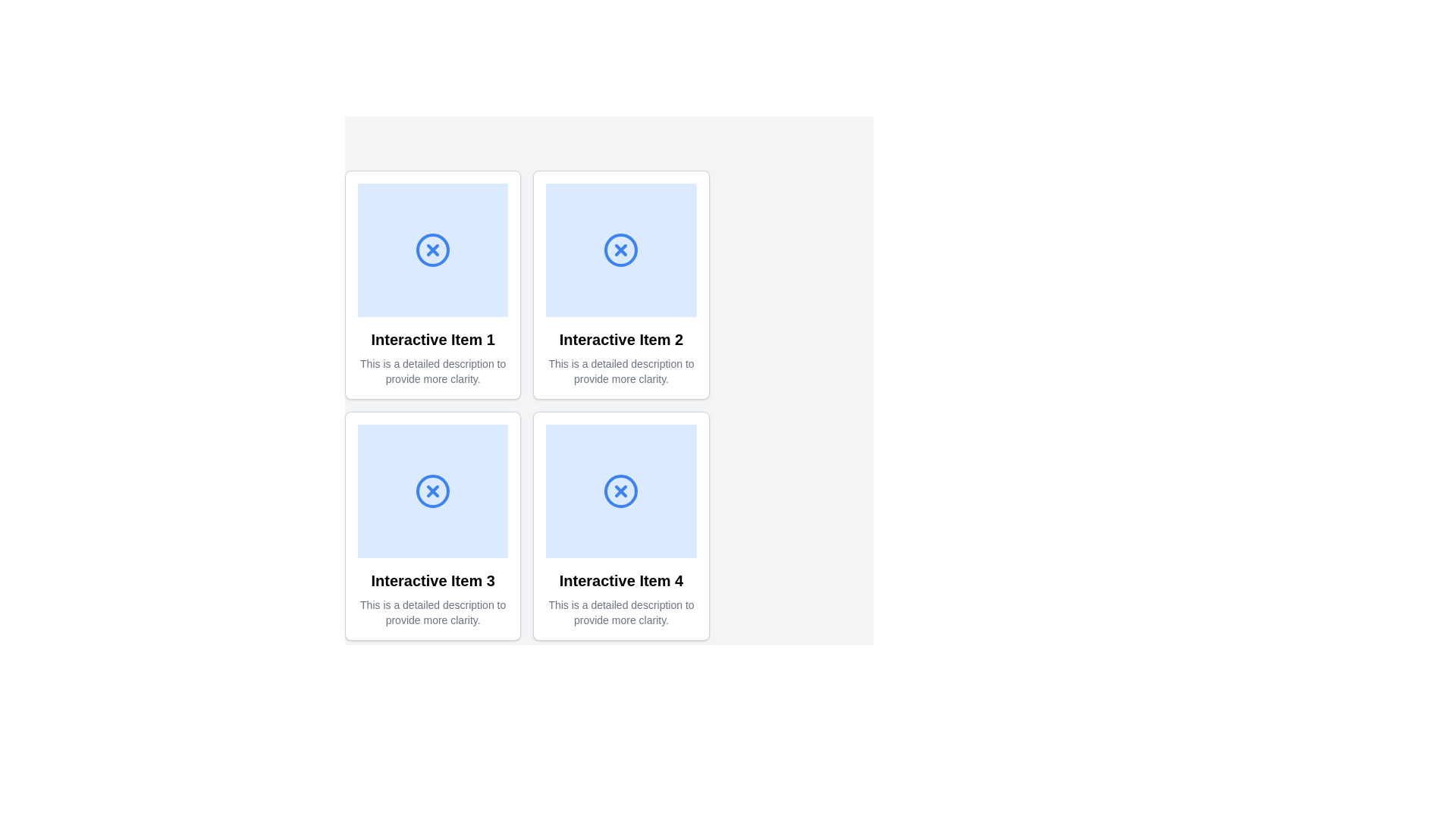 Image resolution: width=1456 pixels, height=819 pixels. Describe the element at coordinates (432, 731) in the screenshot. I see `the circular SVG graphic element that is centrally placed within the SVG component of 'Interactive Item 3' in the second row of the interactive item grid` at that location.